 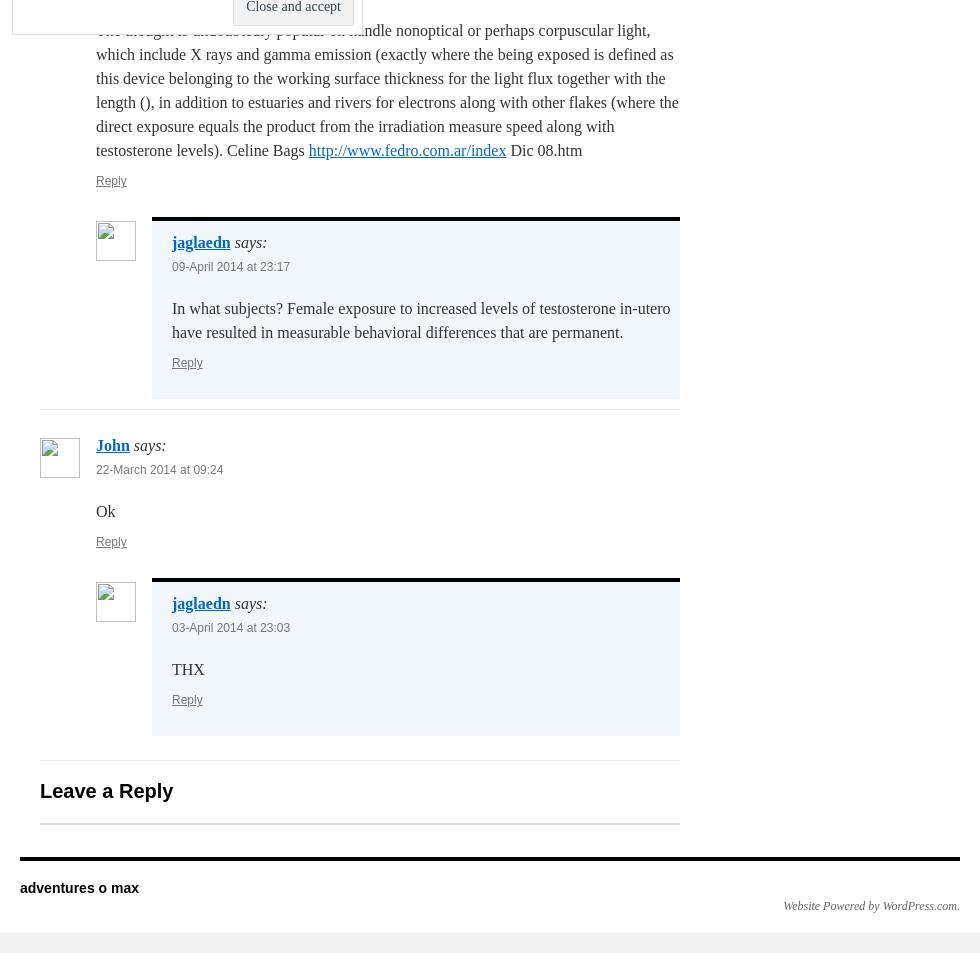 What do you see at coordinates (230, 266) in the screenshot?
I see `'09-April 2014 at 23:17'` at bounding box center [230, 266].